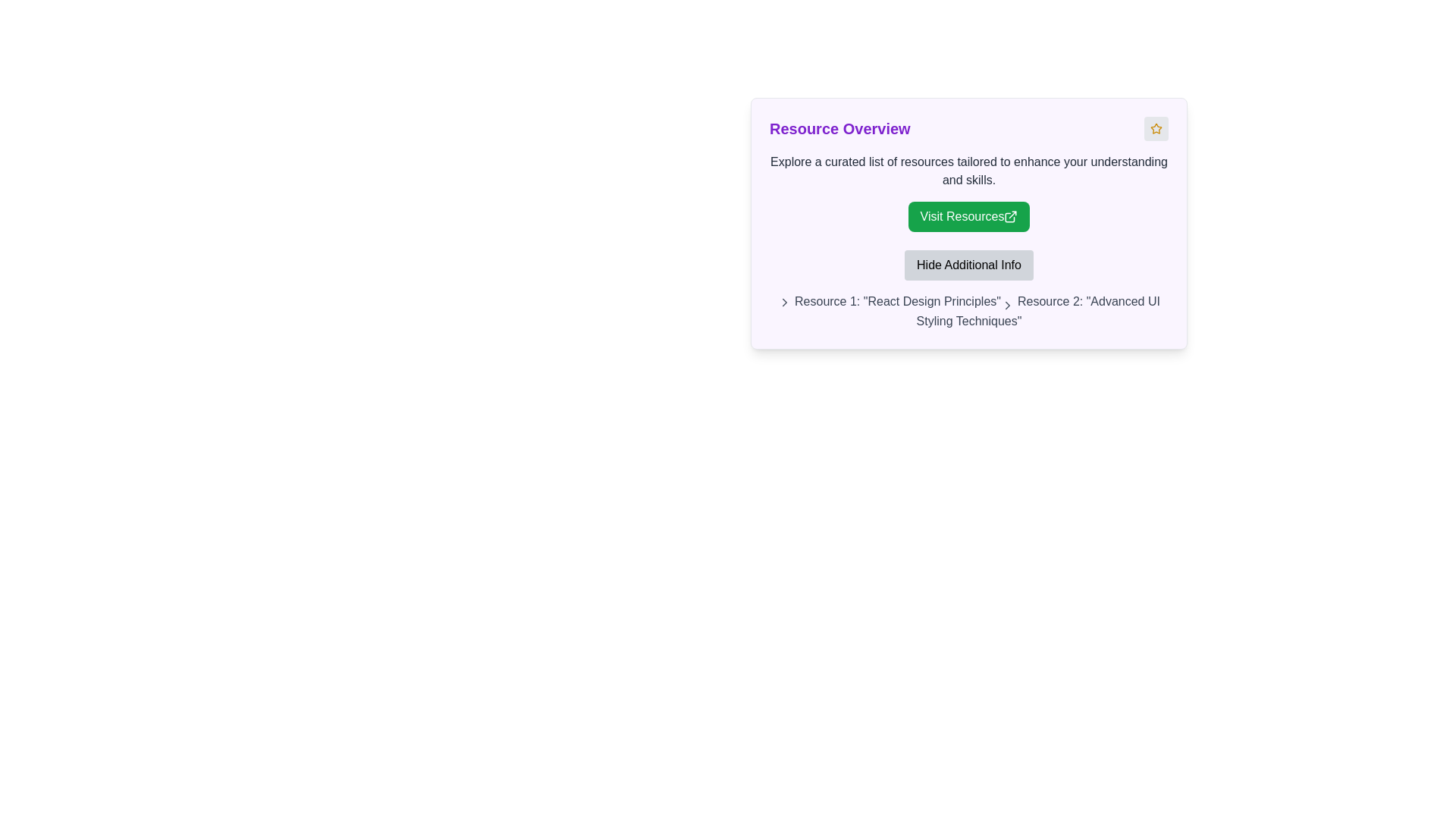 Image resolution: width=1456 pixels, height=819 pixels. What do you see at coordinates (968, 311) in the screenshot?
I see `the text block containing resource information styled in grey font, which lists 'React Design Principles' and 'Advanced UI Styling Techniques', located below the 'Hide Additional Info' button` at bounding box center [968, 311].